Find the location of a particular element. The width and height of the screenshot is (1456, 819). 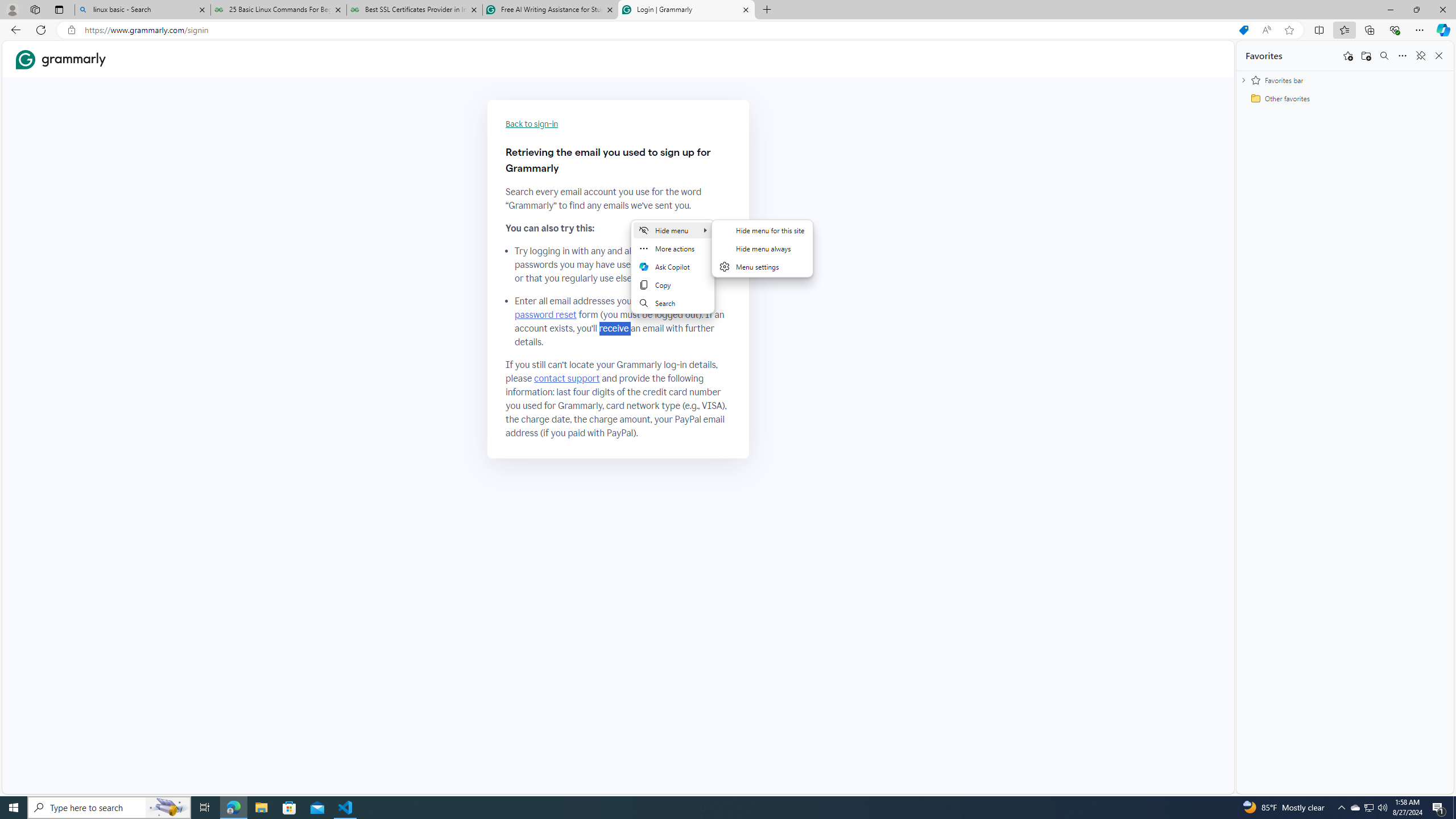

'Grammarly Home' is located at coordinates (60, 59).